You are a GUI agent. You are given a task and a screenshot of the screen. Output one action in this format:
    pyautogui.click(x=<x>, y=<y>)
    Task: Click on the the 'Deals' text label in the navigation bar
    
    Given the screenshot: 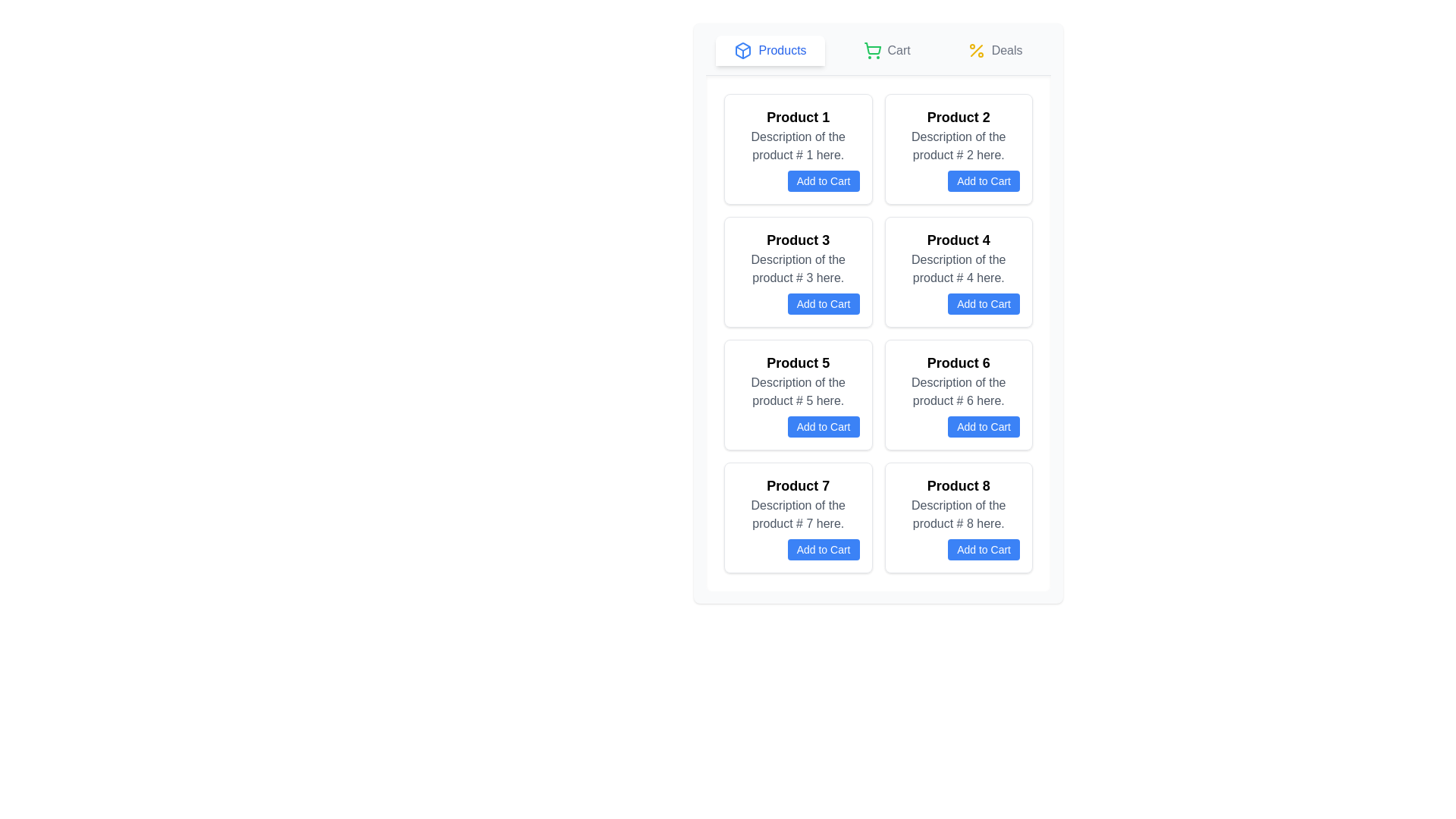 What is the action you would take?
    pyautogui.click(x=1007, y=49)
    